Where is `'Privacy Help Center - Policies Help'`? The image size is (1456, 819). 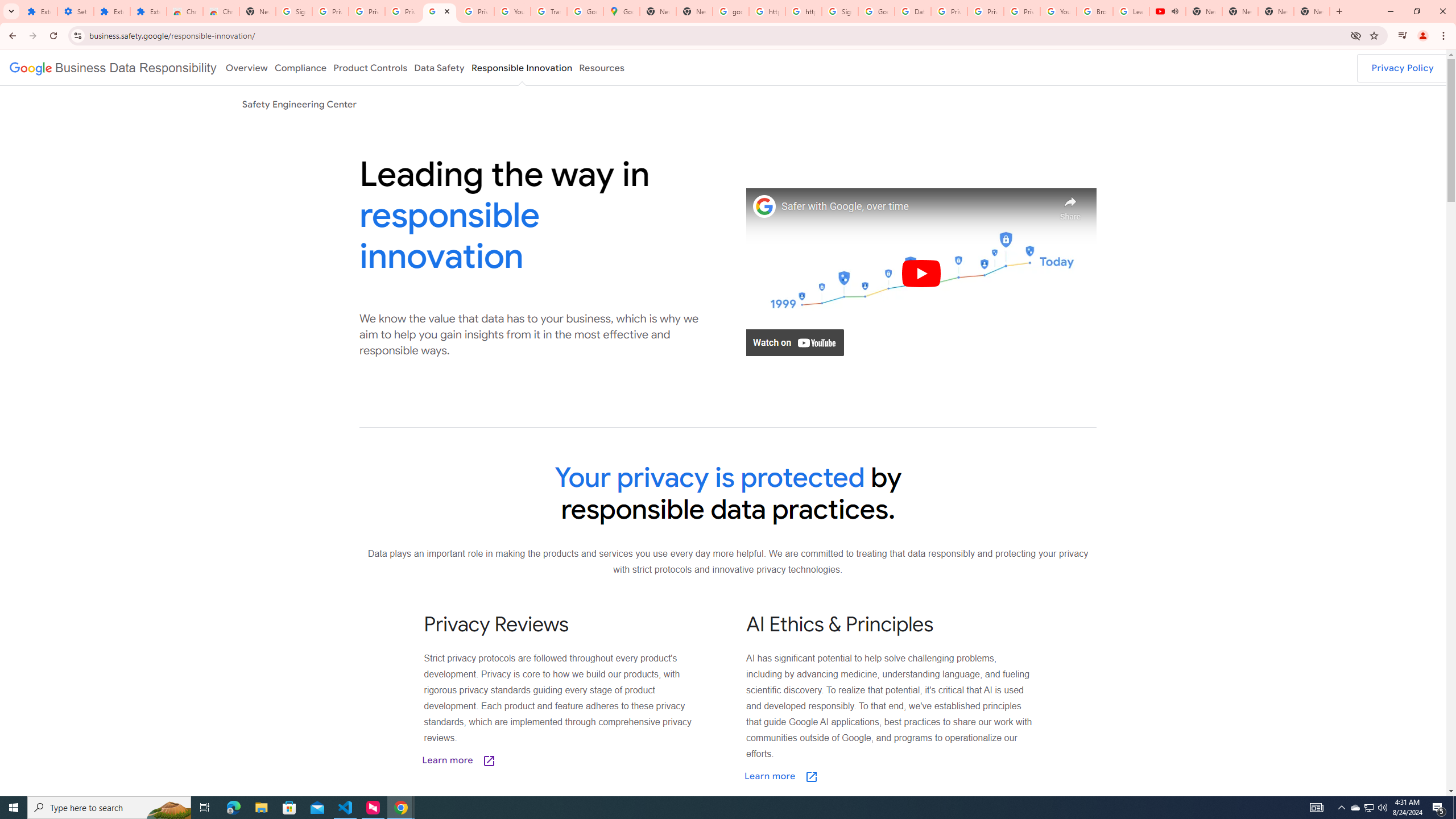
'Privacy Help Center - Policies Help' is located at coordinates (949, 11).